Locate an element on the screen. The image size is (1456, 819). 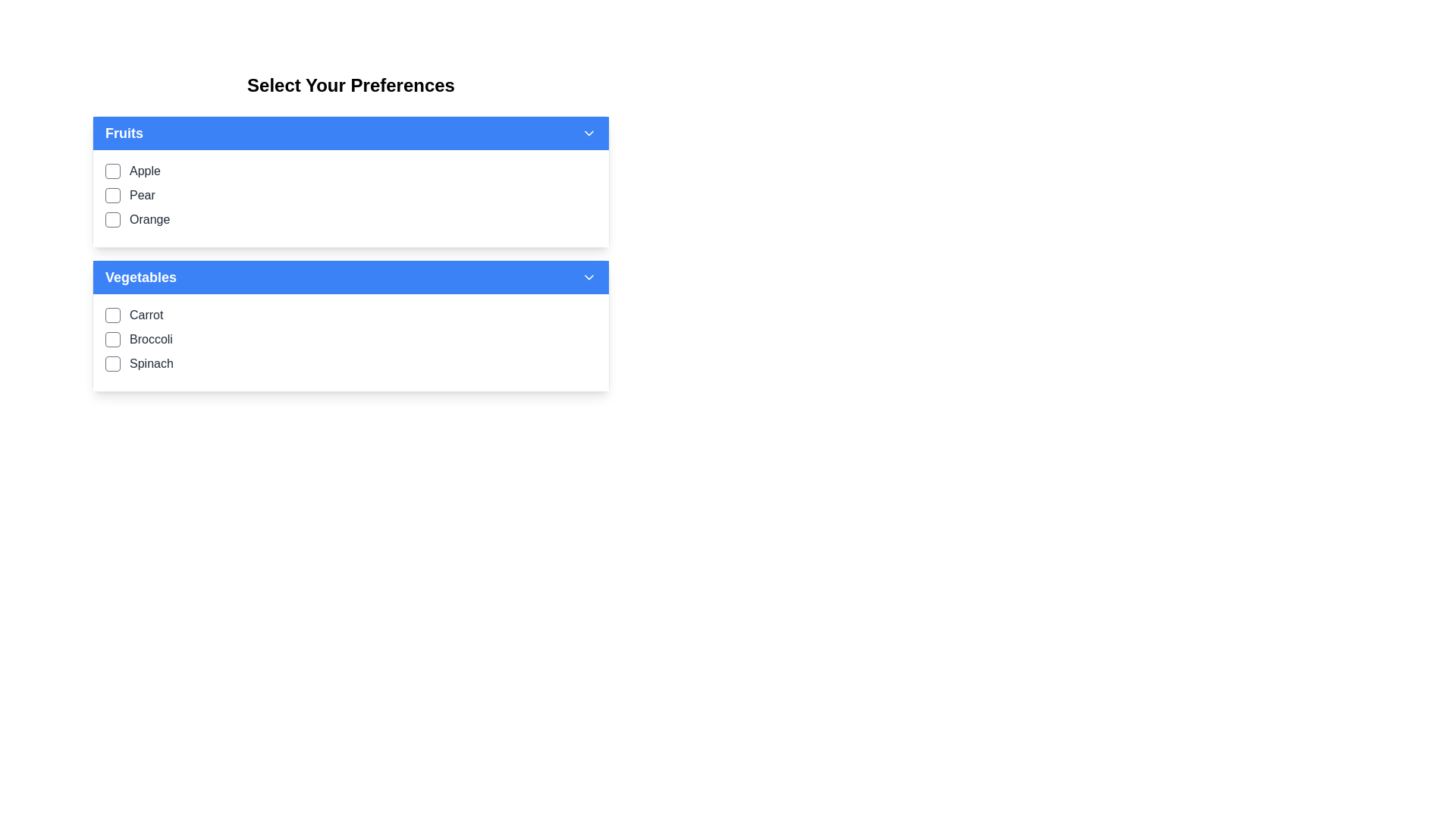
the 'Broccoli' label in the 'Vegetables' section, which is located beneath 'Carrot' and above 'Spinach', adjacent to its corresponding checkbox is located at coordinates (151, 338).